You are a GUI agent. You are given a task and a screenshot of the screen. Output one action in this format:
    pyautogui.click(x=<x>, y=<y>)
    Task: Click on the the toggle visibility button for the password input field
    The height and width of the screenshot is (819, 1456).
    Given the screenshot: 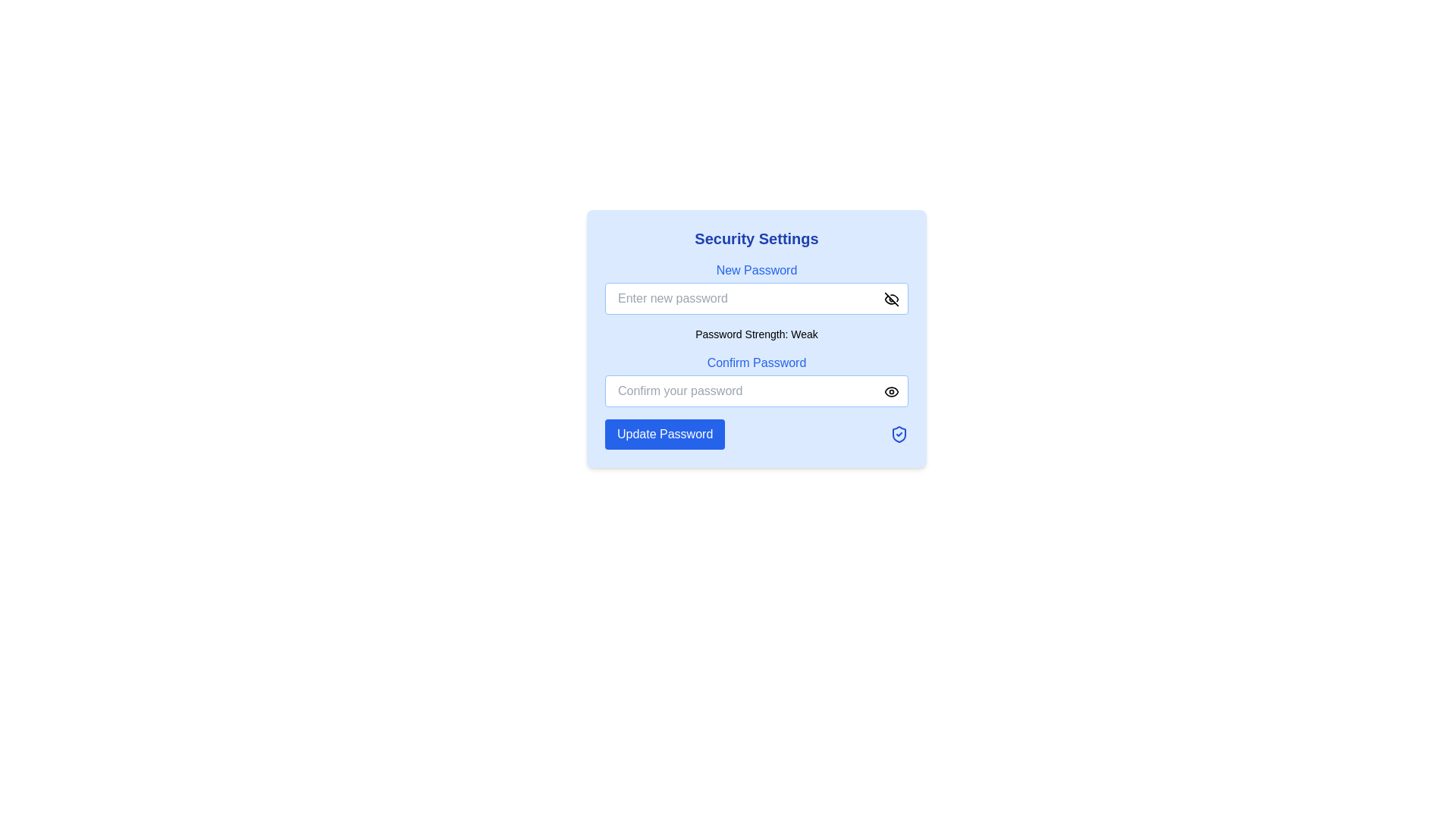 What is the action you would take?
    pyautogui.click(x=892, y=391)
    